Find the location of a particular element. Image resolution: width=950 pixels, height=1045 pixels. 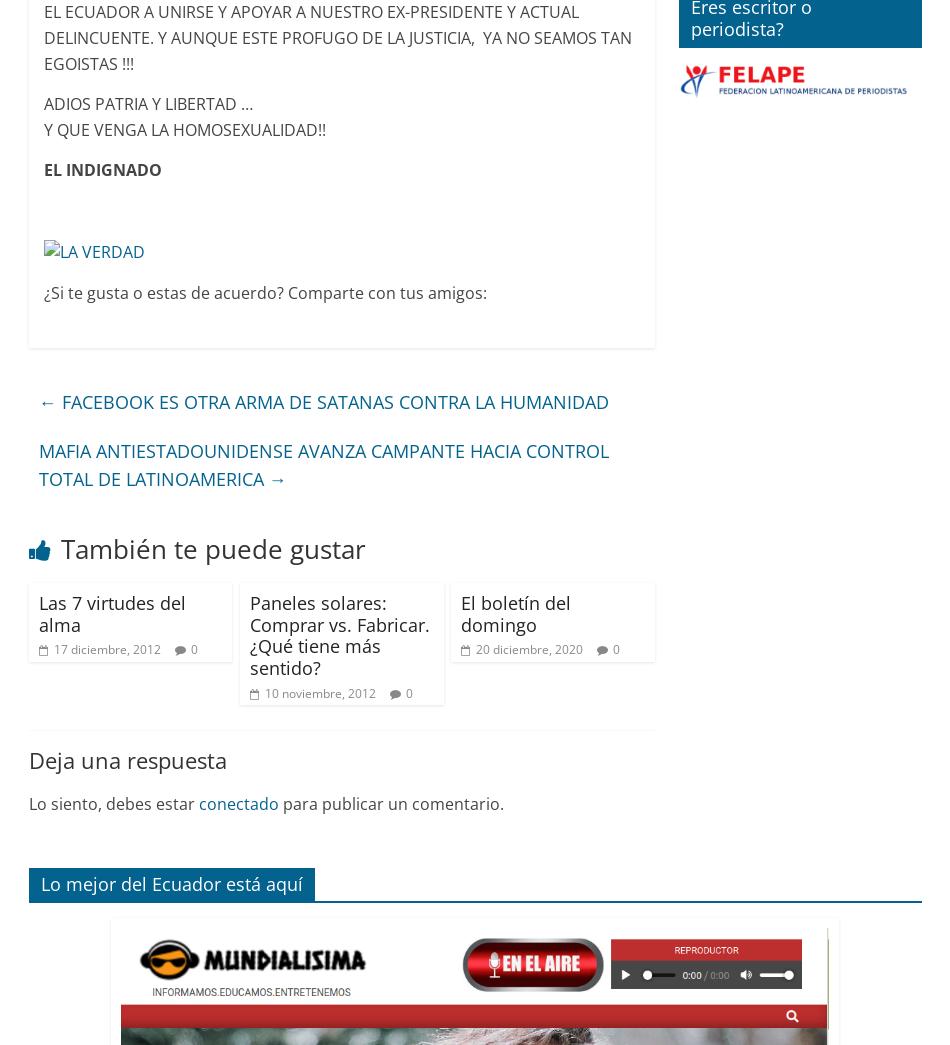

'Las 7 virtudes del alma' is located at coordinates (111, 612).